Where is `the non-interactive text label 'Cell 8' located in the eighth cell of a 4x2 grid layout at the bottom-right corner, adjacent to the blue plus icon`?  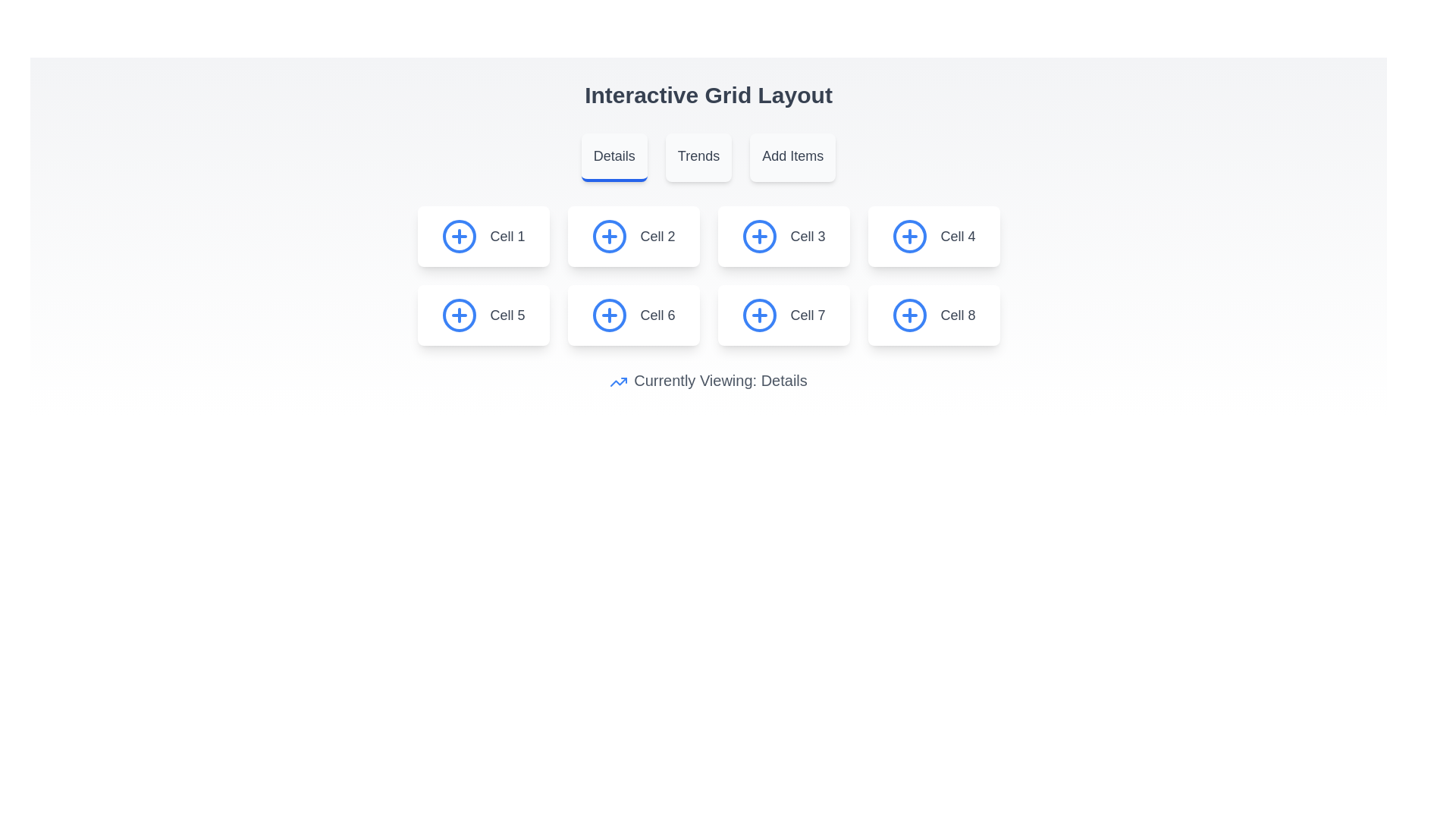 the non-interactive text label 'Cell 8' located in the eighth cell of a 4x2 grid layout at the bottom-right corner, adjacent to the blue plus icon is located at coordinates (957, 315).